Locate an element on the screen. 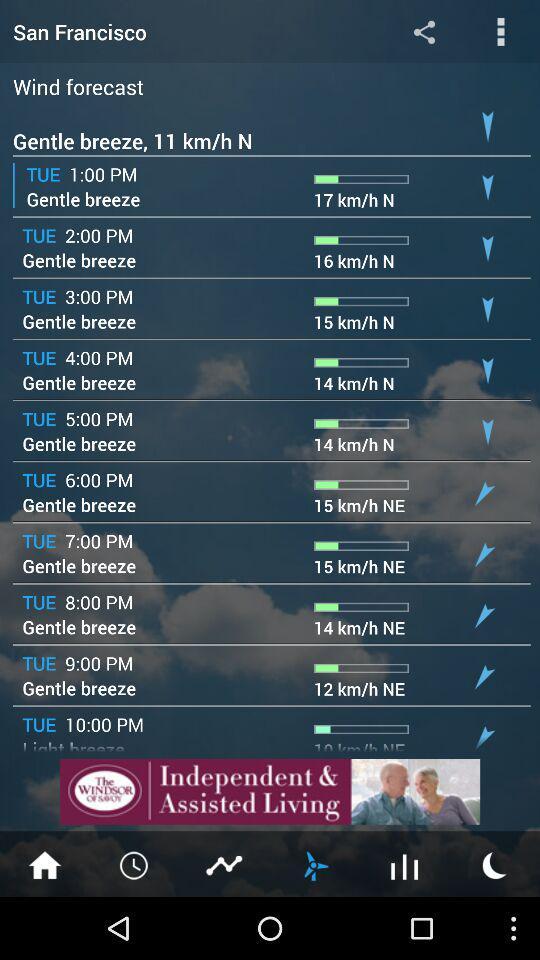 This screenshot has height=960, width=540. open options is located at coordinates (500, 30).